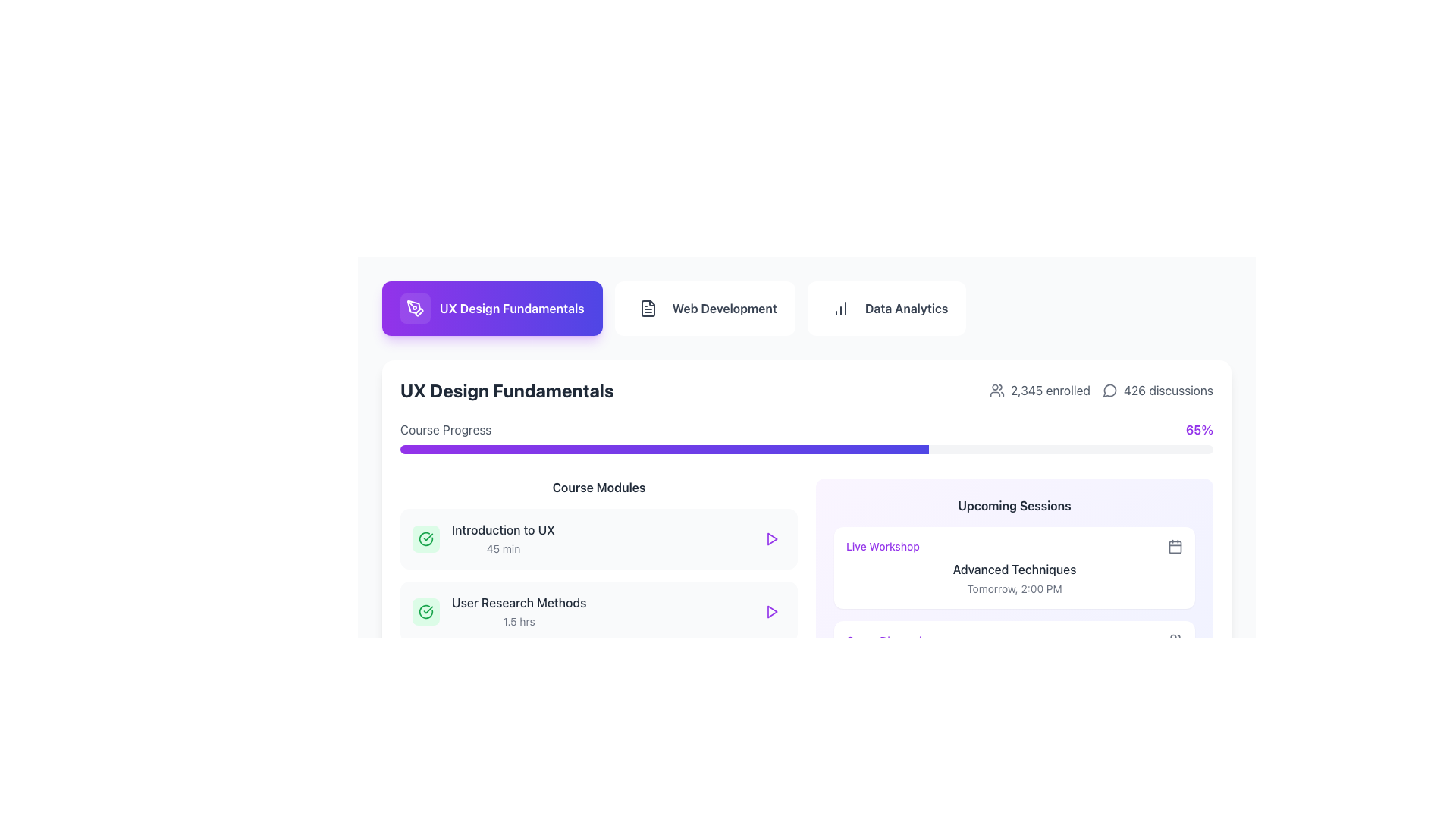 The height and width of the screenshot is (819, 1456). What do you see at coordinates (886, 308) in the screenshot?
I see `the 'Data Analytics' button, which is the third button in a horizontal row at the top center of the interface` at bounding box center [886, 308].